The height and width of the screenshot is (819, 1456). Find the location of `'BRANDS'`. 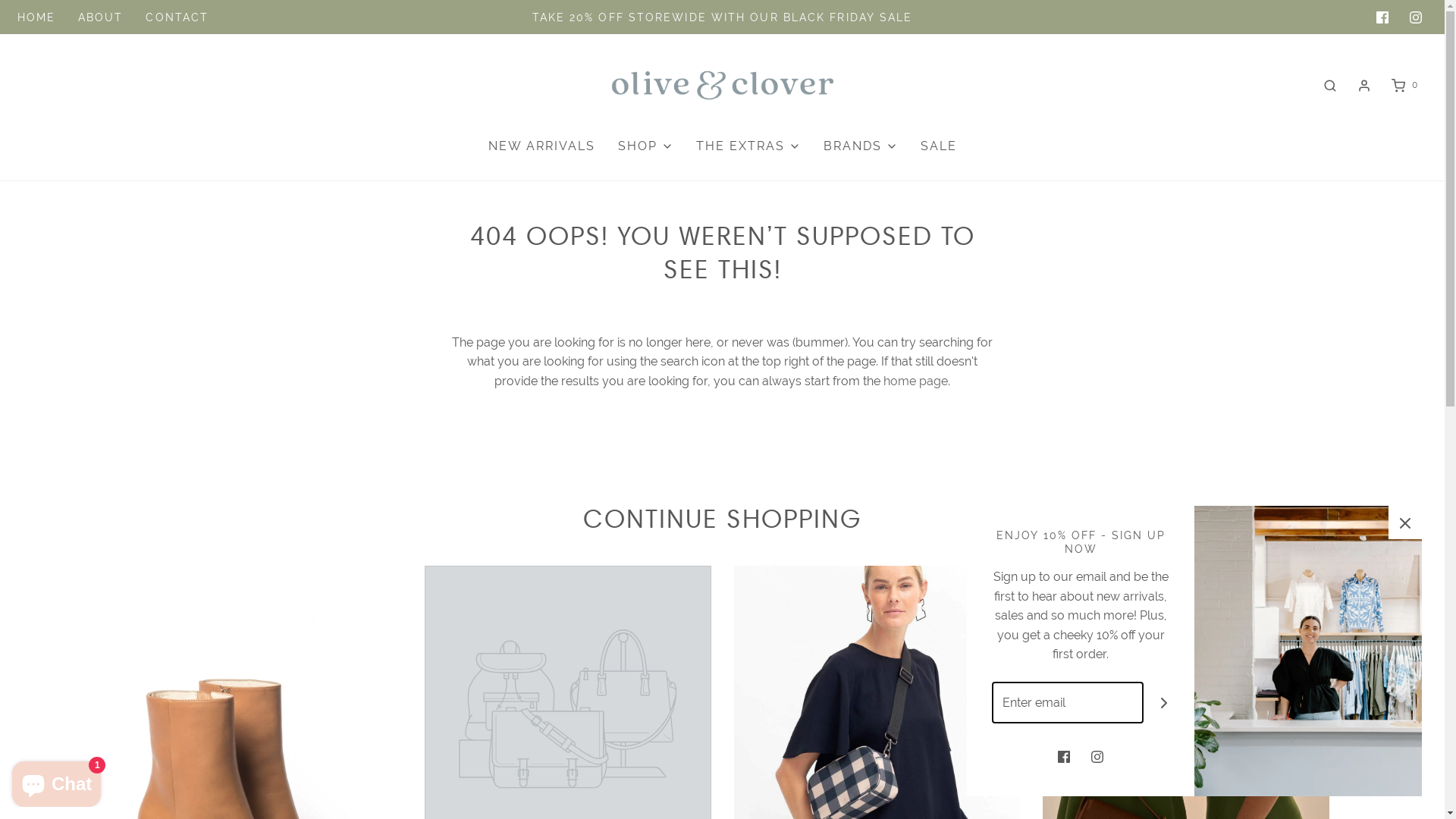

'BRANDS' is located at coordinates (822, 146).